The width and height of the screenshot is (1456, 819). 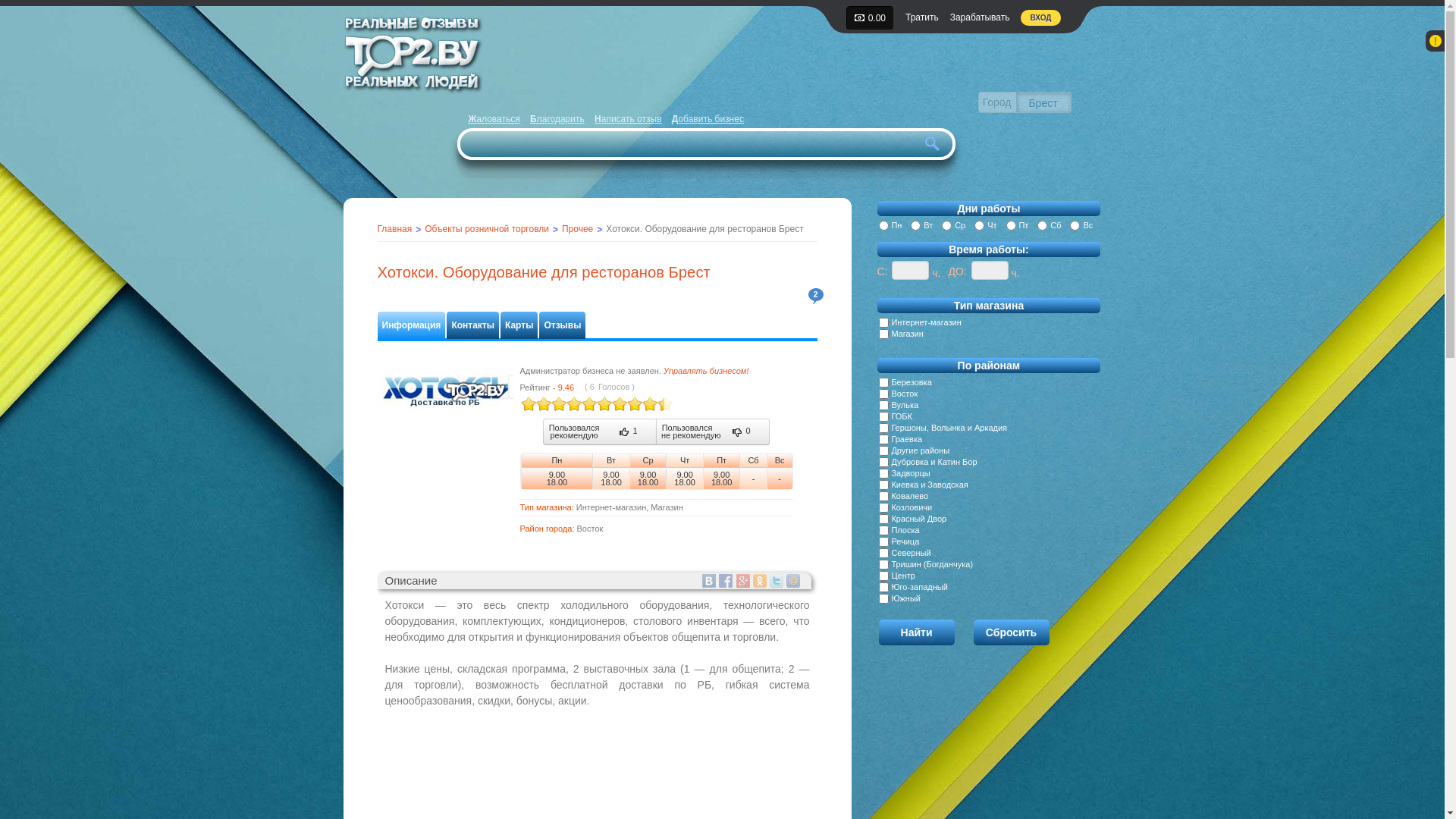 I want to click on '4', so click(x=549, y=403).